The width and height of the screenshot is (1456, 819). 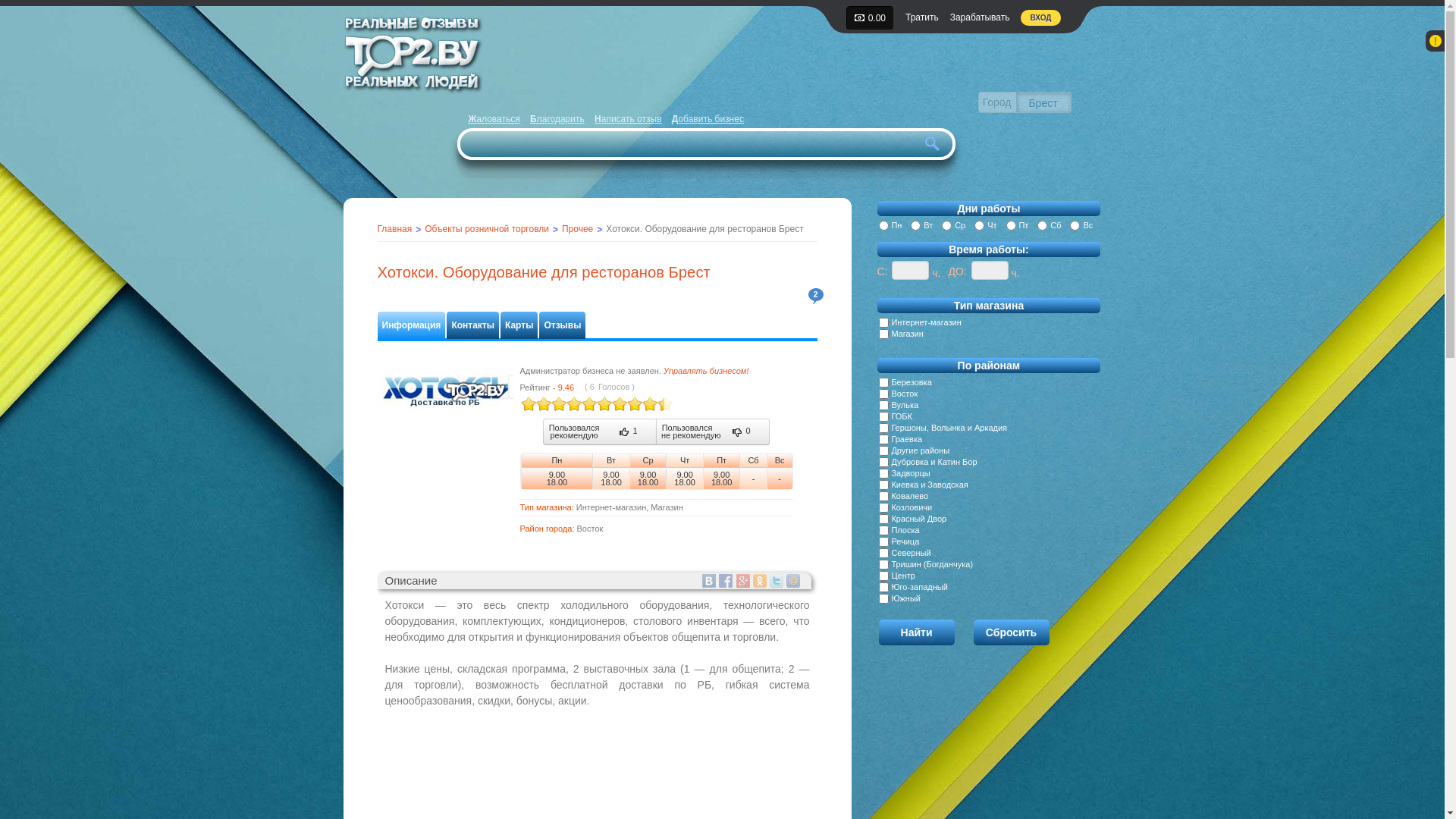 I want to click on '4', so click(x=549, y=403).